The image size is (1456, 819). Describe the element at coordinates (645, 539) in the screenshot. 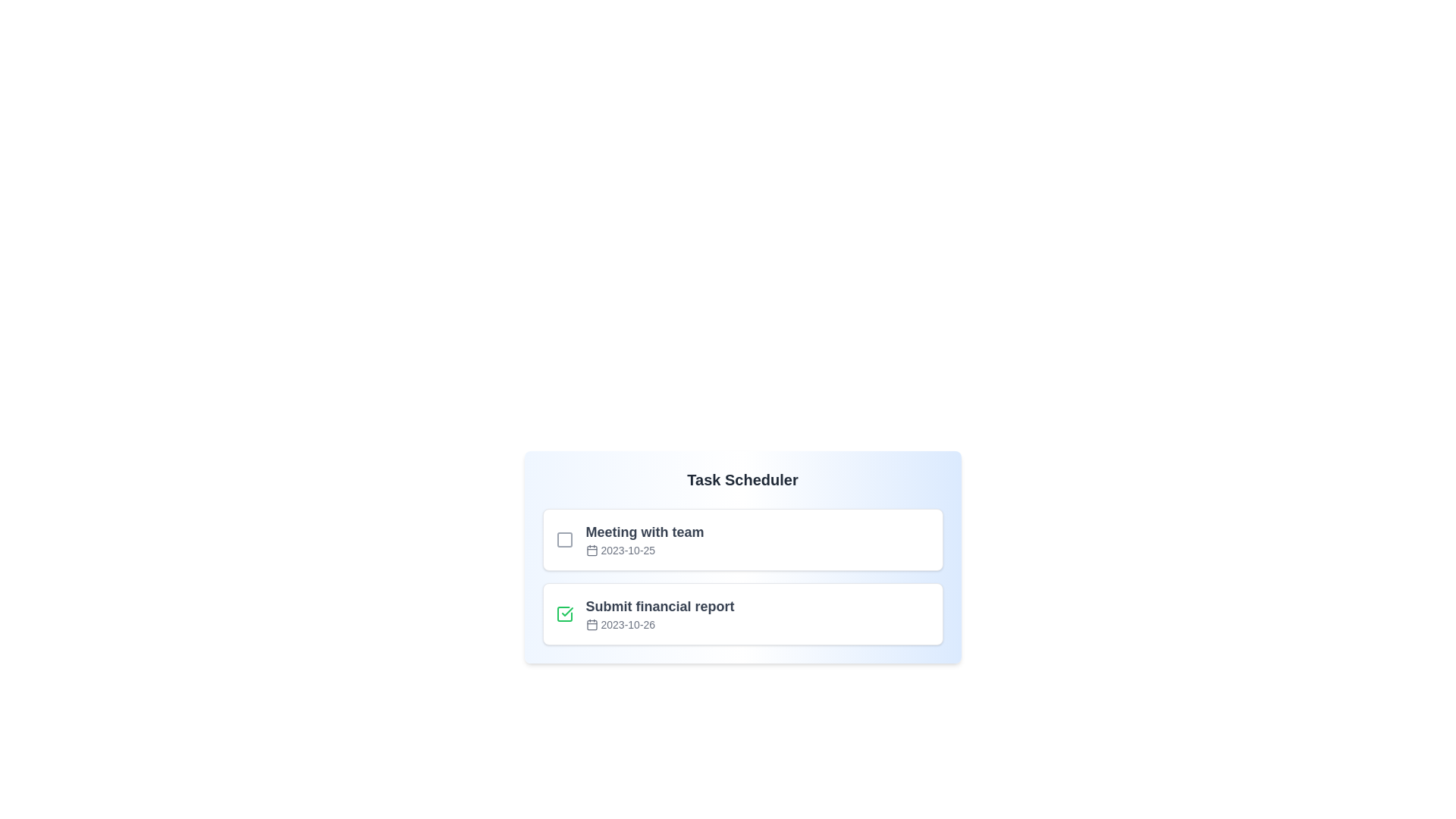

I see `the first task in the task scheduler` at that location.